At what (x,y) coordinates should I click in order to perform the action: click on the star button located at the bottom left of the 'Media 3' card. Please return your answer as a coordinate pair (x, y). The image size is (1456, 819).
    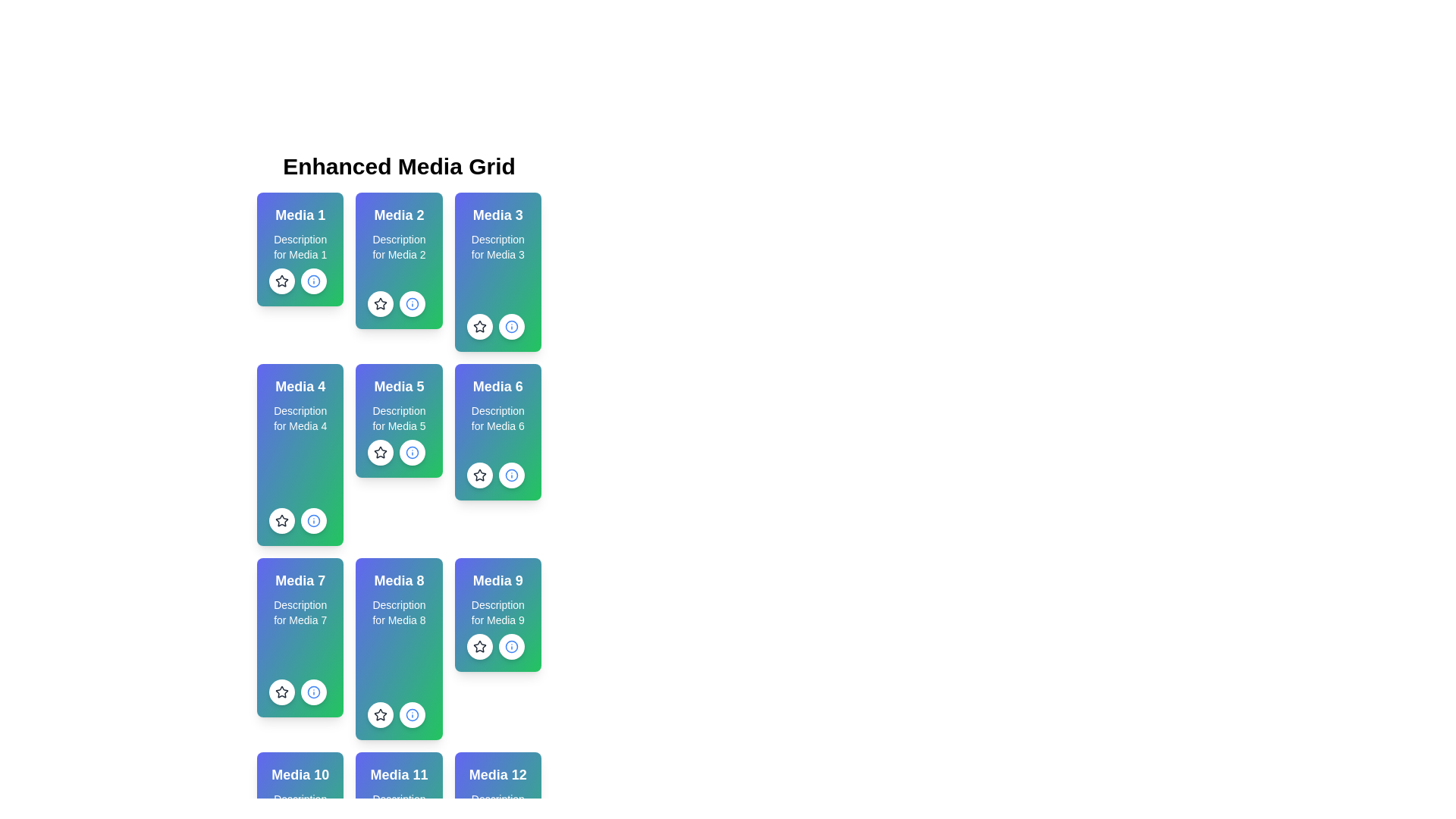
    Looking at the image, I should click on (479, 326).